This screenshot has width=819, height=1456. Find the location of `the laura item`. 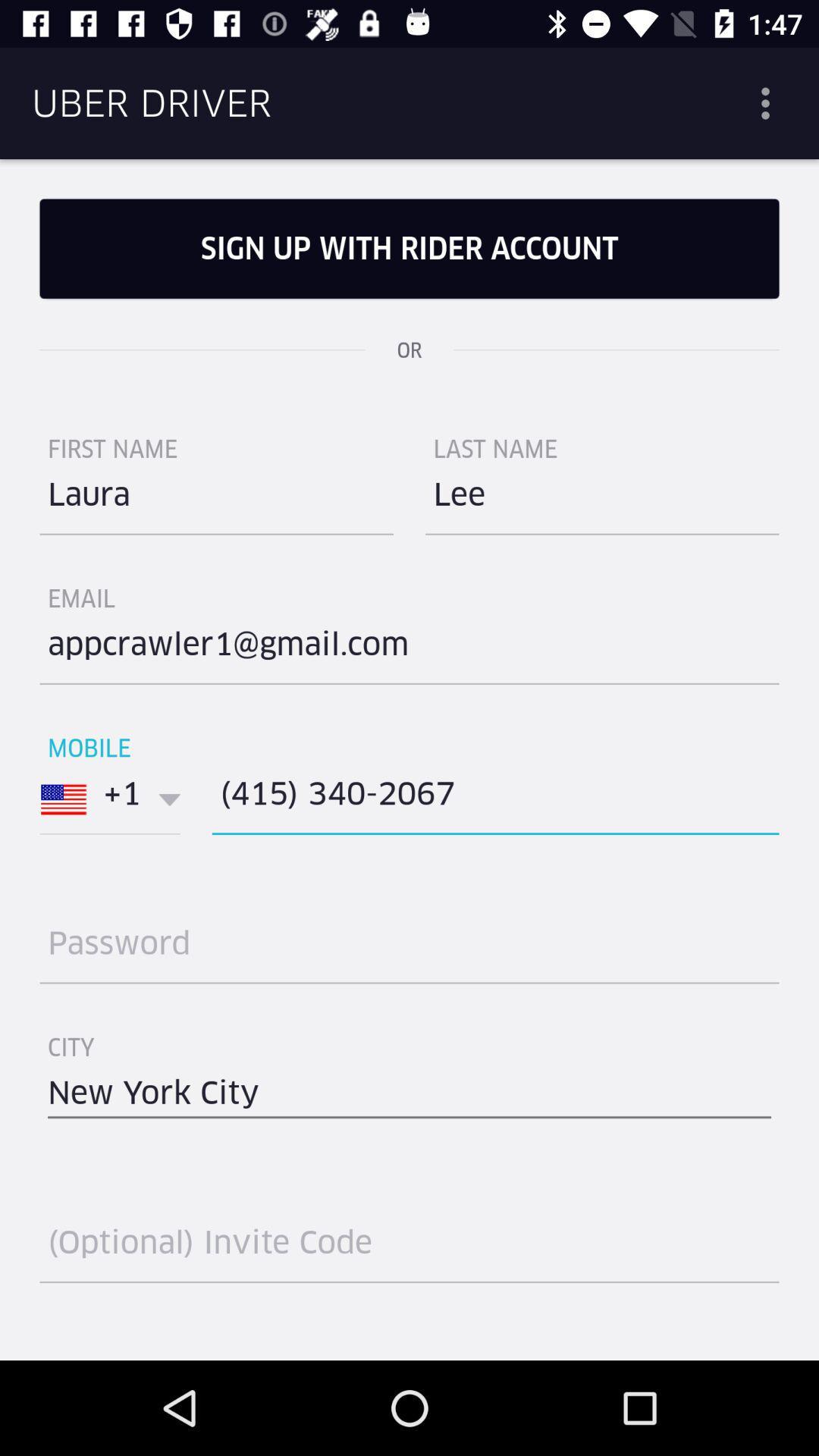

the laura item is located at coordinates (216, 500).